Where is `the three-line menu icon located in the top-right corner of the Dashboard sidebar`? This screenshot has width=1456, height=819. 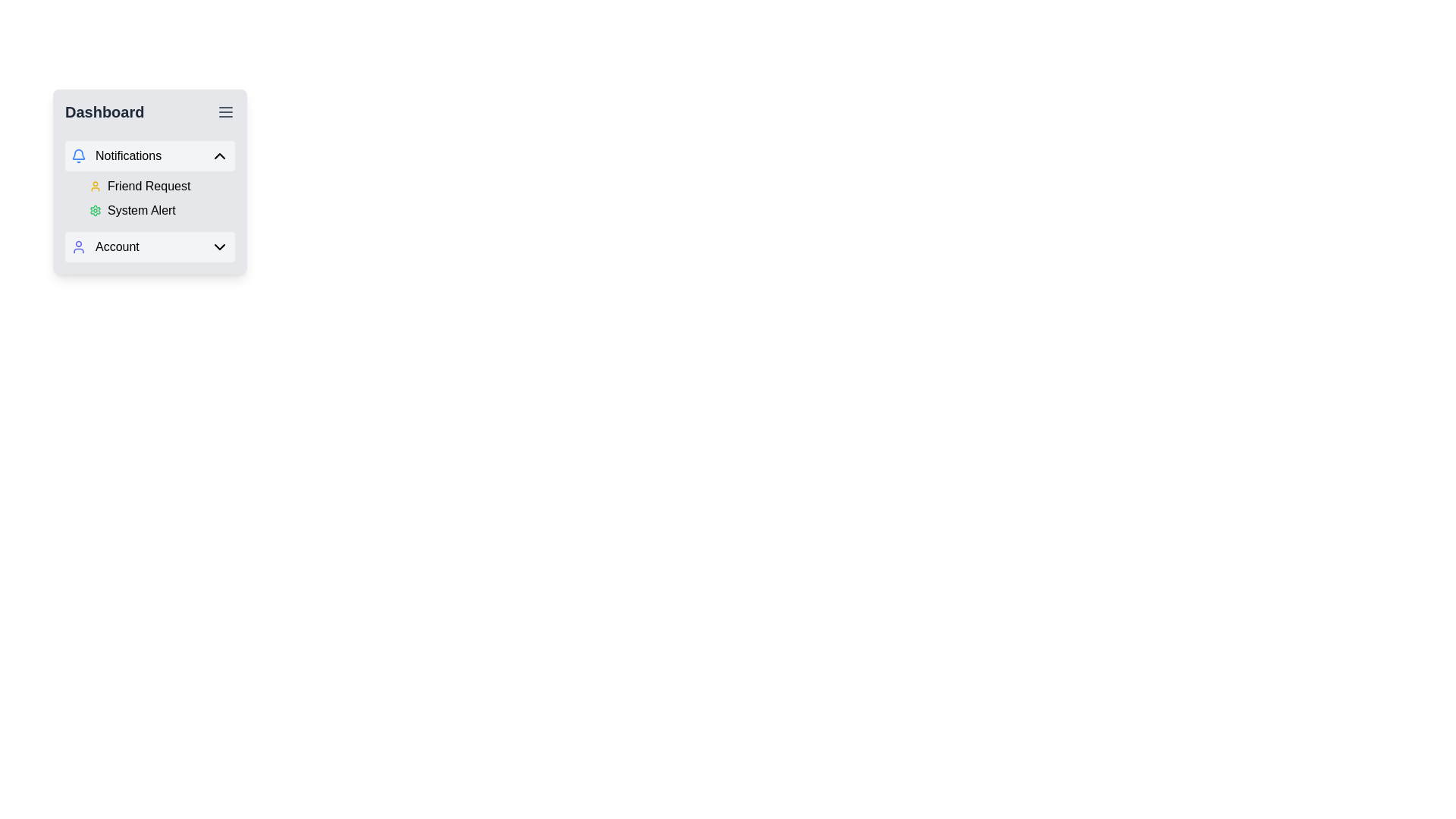
the three-line menu icon located in the top-right corner of the Dashboard sidebar is located at coordinates (224, 111).